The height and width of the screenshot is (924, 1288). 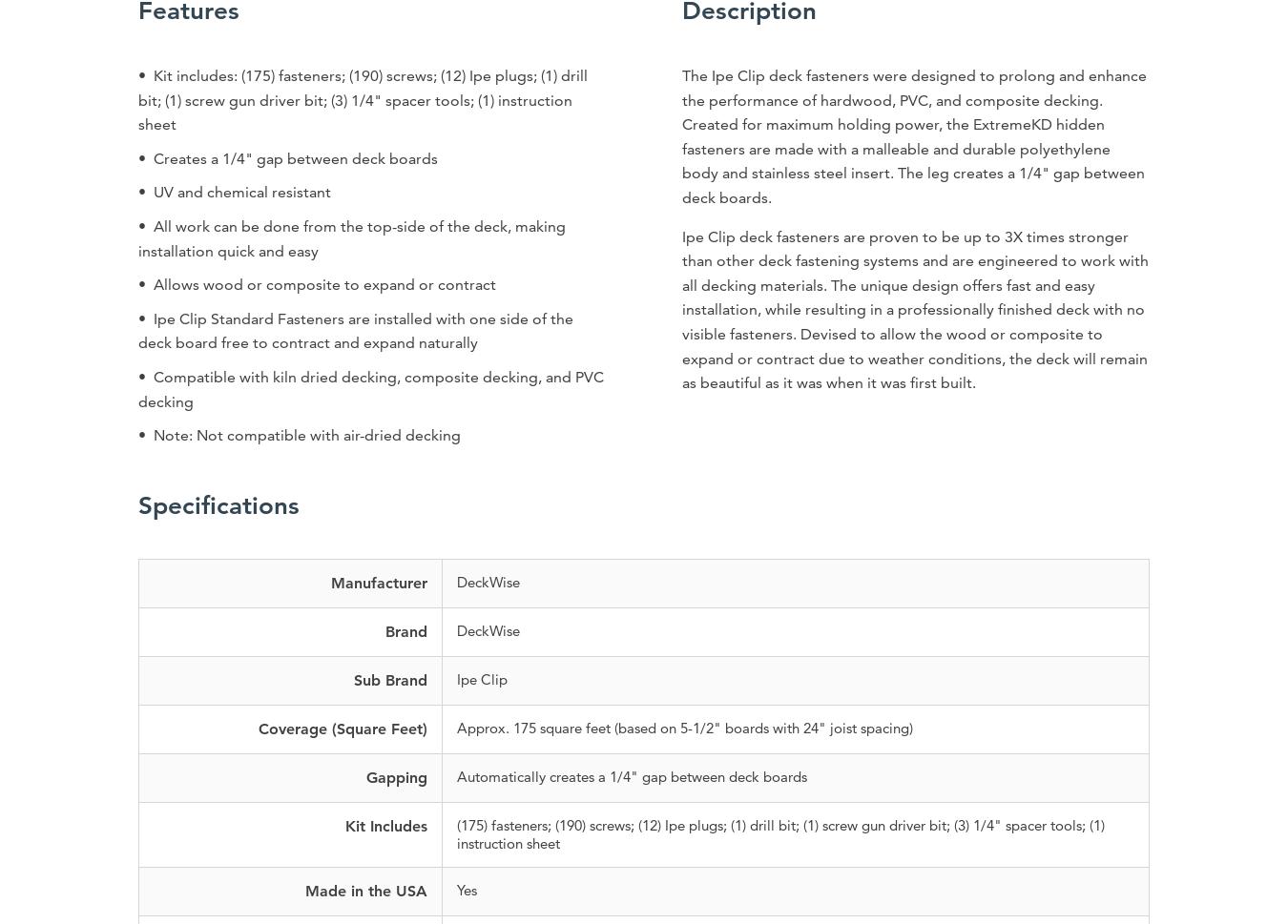 I want to click on 'Approx. 175 square feet (based on 5-1/2" boards with 24" joist spacing)', so click(x=455, y=726).